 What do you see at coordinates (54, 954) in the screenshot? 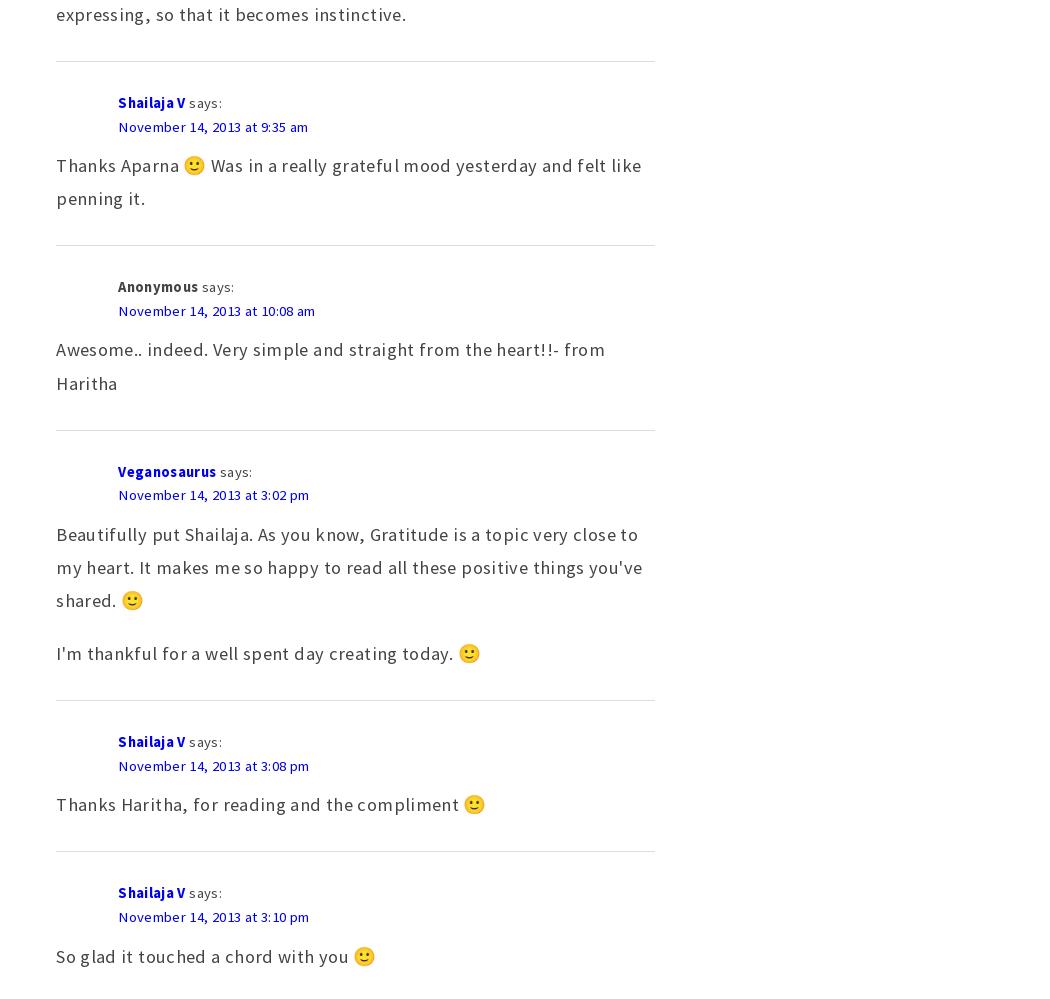
I see `'So glad it touched a chord with you 🙂'` at bounding box center [54, 954].